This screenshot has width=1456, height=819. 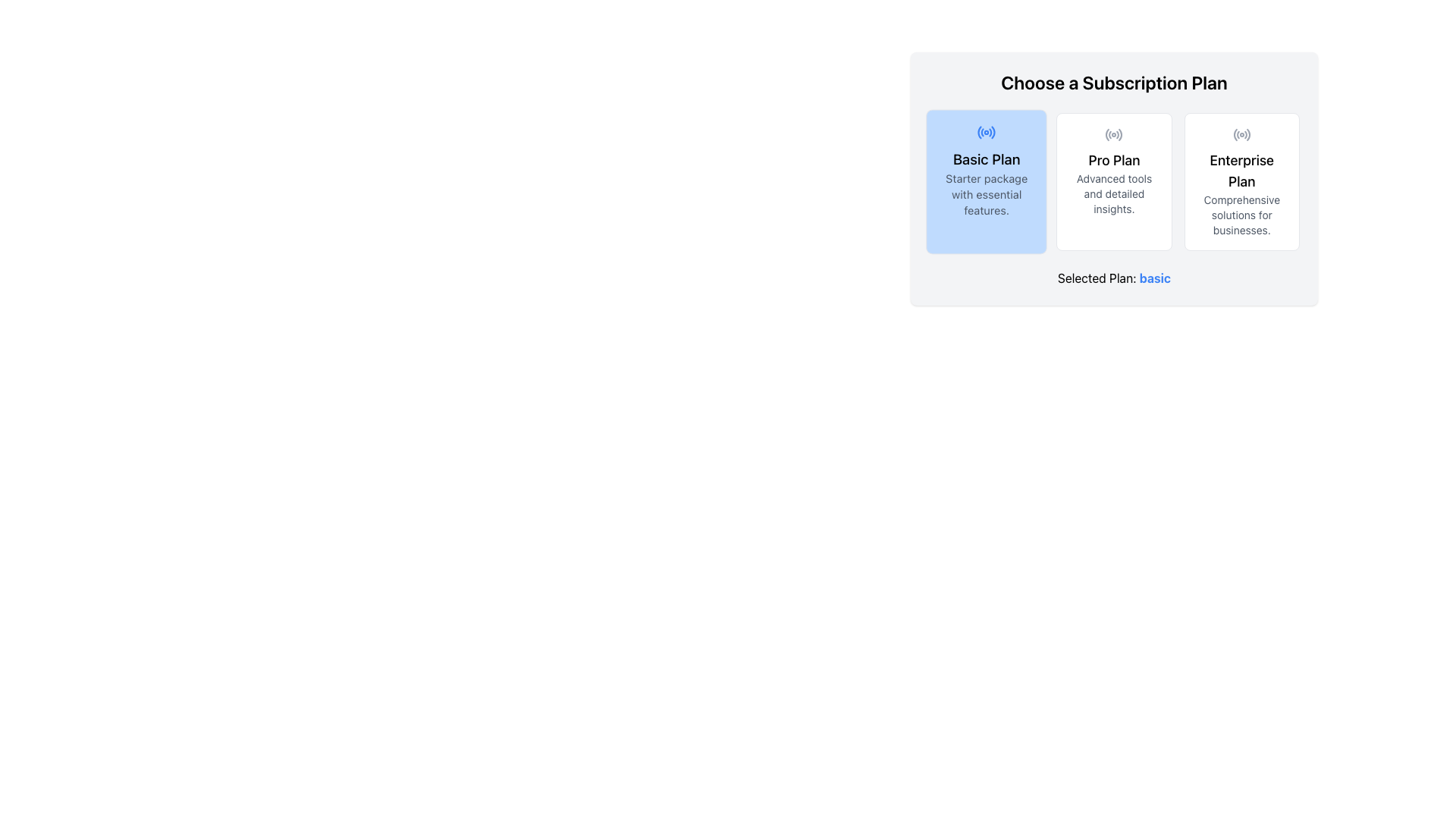 I want to click on the decorative graphic representing the 'Pro Plan' designation, which is part of the second option in the subscription plan selection, so click(x=1121, y=133).